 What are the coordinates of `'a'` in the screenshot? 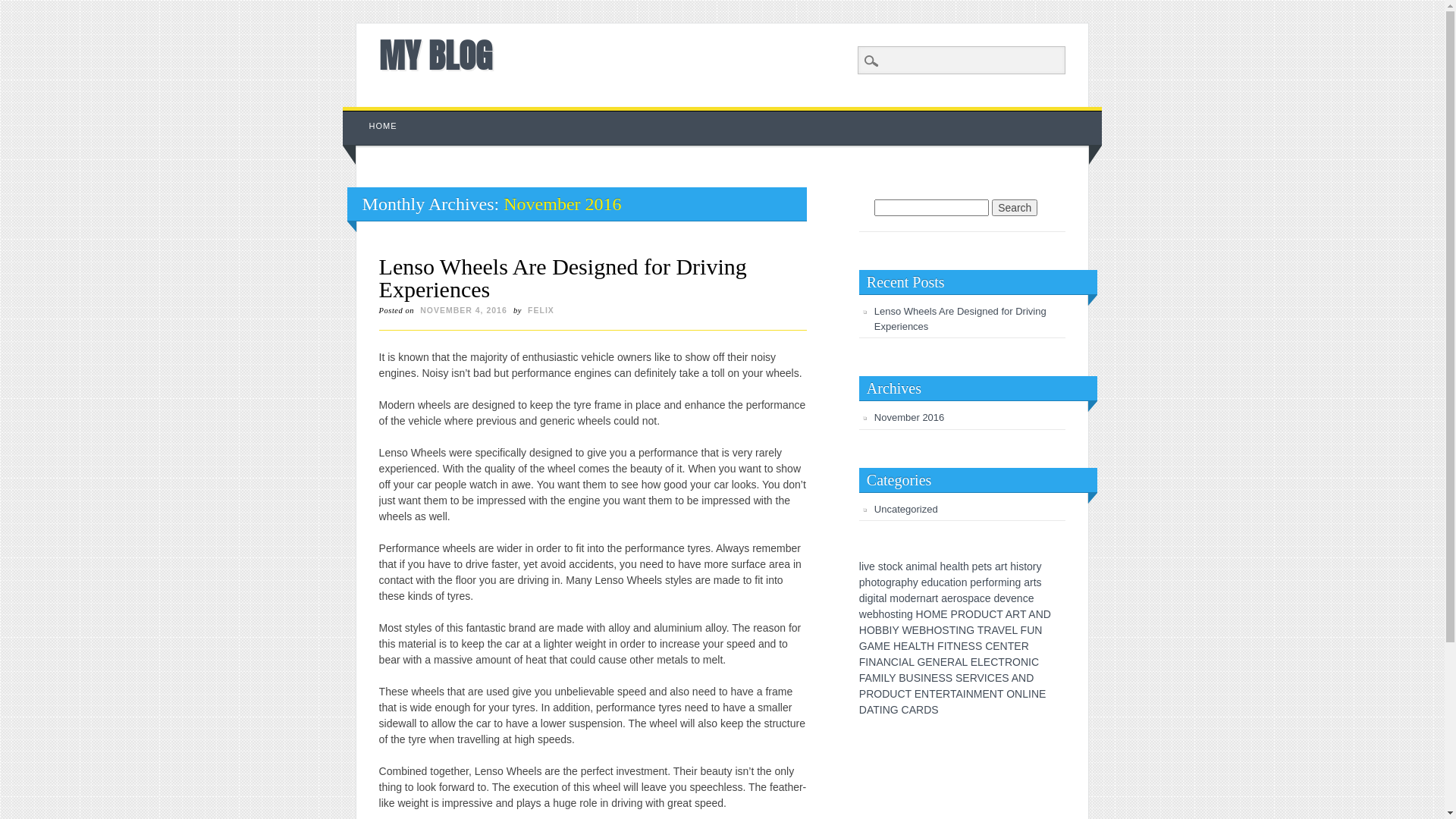 It's located at (997, 566).